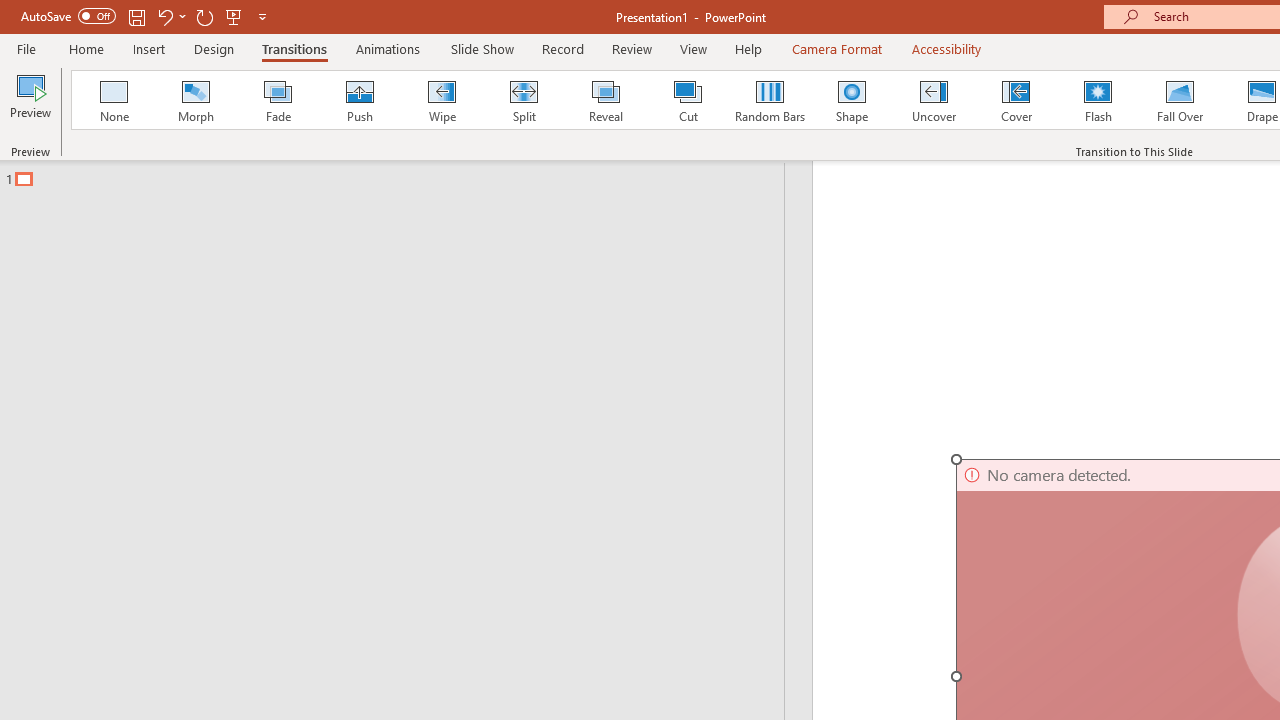 The height and width of the screenshot is (720, 1280). I want to click on 'Uncover', so click(933, 100).